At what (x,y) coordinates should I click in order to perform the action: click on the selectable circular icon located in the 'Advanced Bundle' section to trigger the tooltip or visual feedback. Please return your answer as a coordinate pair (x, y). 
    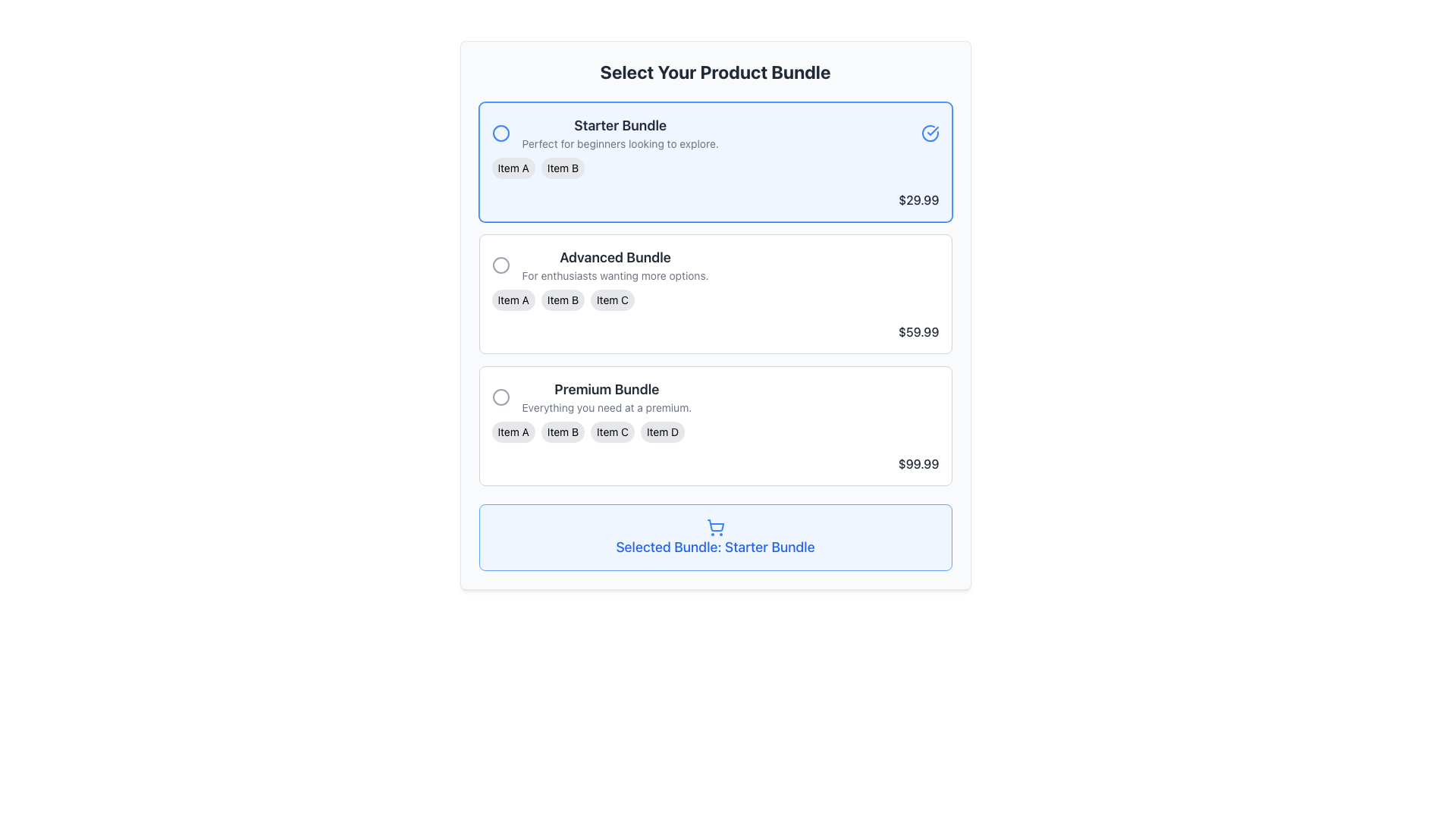
    Looking at the image, I should click on (500, 265).